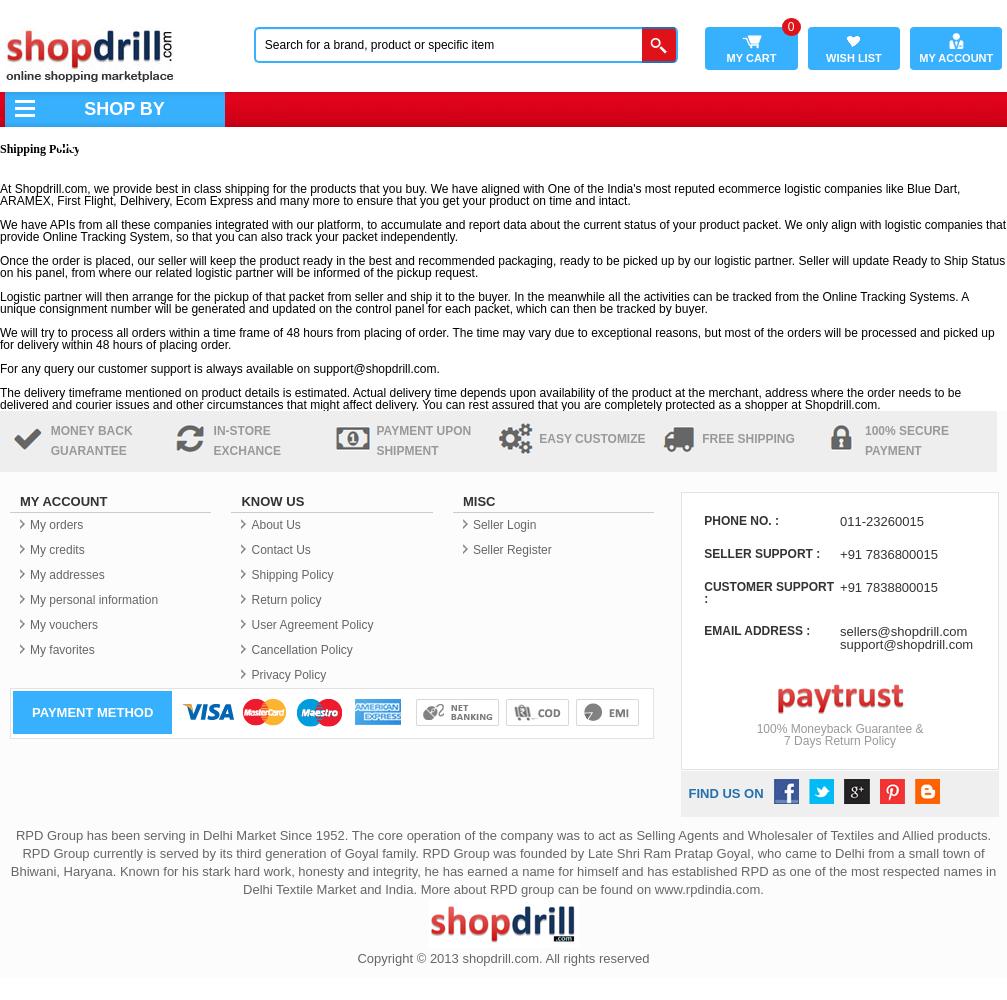 This screenshot has height=1000, width=1007. Describe the element at coordinates (251, 625) in the screenshot. I see `'User Agreement Policy'` at that location.